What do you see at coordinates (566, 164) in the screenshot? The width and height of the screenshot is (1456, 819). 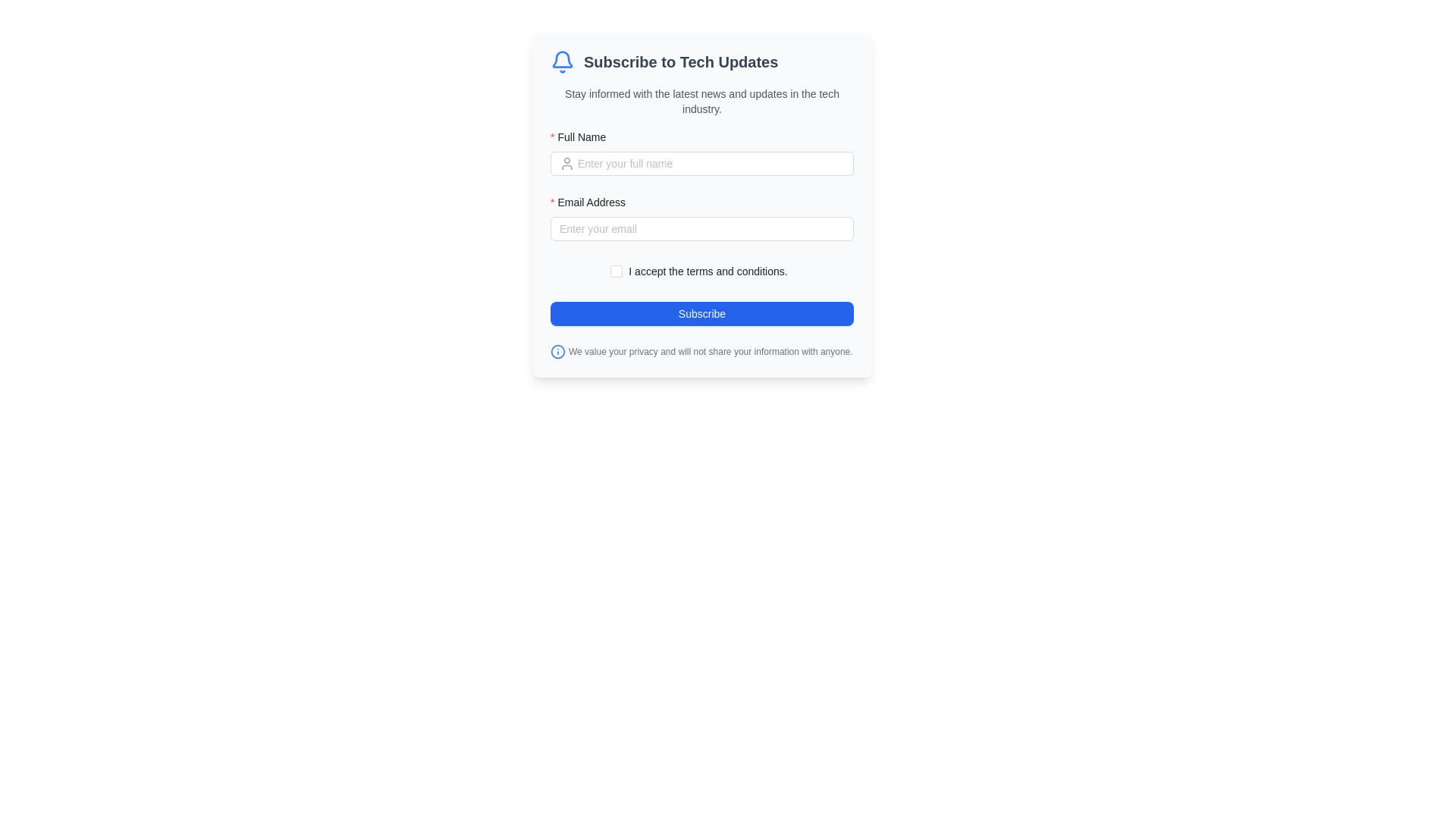 I see `the gray stylized user silhouette icon located to the left of the 'Full Name' text input field in the prefix area` at bounding box center [566, 164].